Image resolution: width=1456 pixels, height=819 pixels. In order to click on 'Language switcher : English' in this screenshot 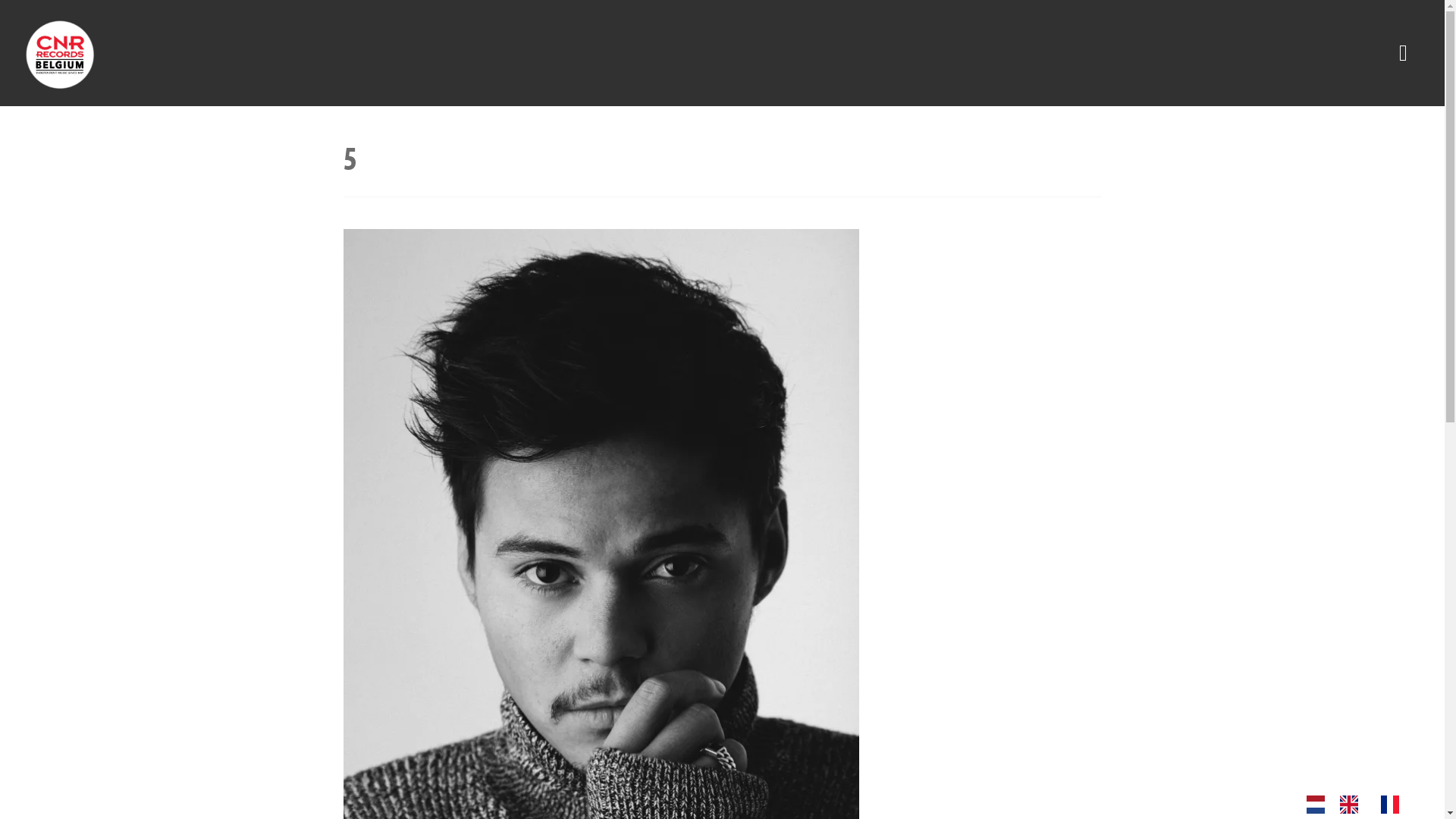, I will do `click(1331, 802)`.